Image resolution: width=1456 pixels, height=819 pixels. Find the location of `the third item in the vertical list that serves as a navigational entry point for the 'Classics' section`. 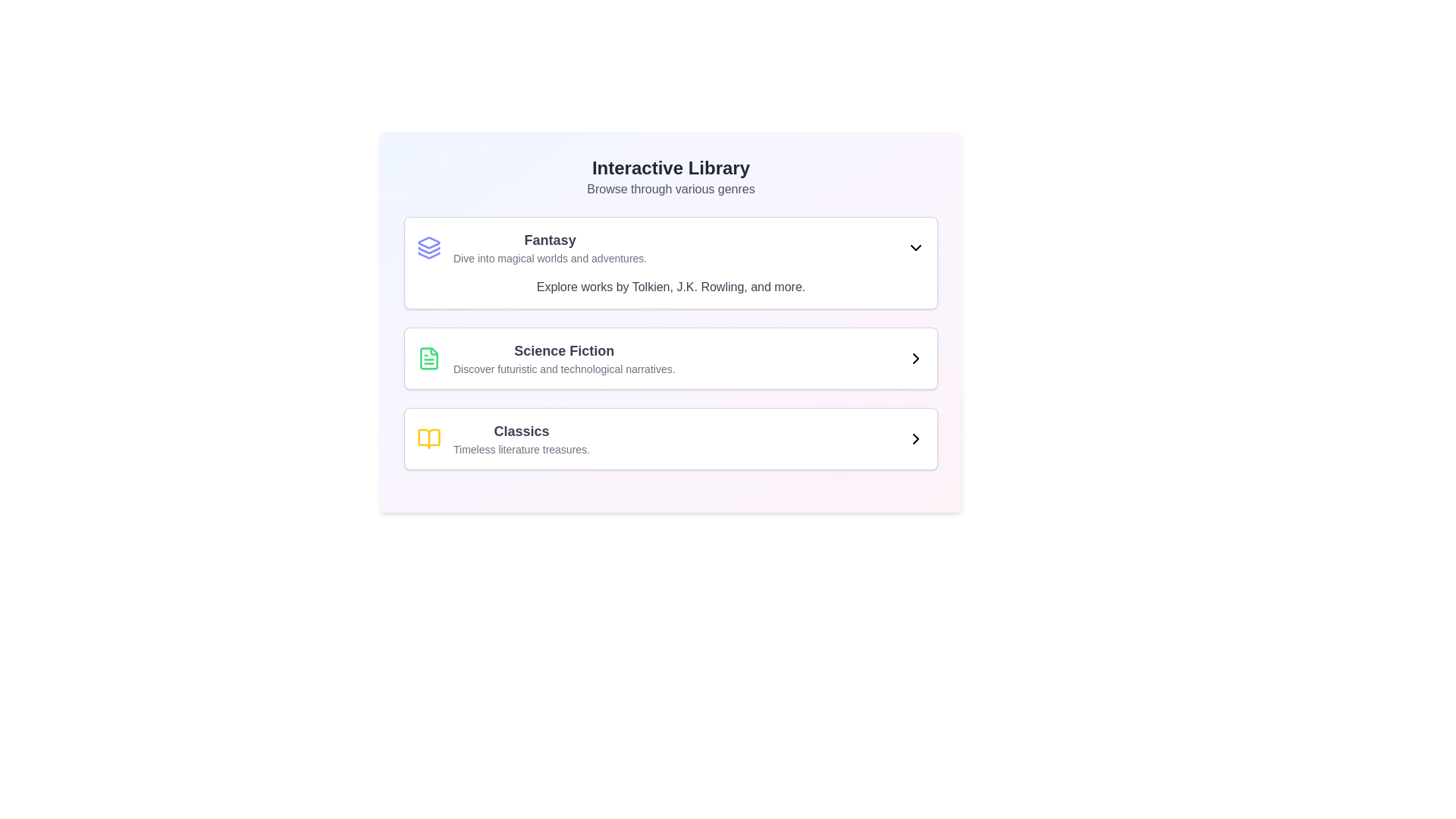

the third item in the vertical list that serves as a navigational entry point for the 'Classics' section is located at coordinates (670, 438).